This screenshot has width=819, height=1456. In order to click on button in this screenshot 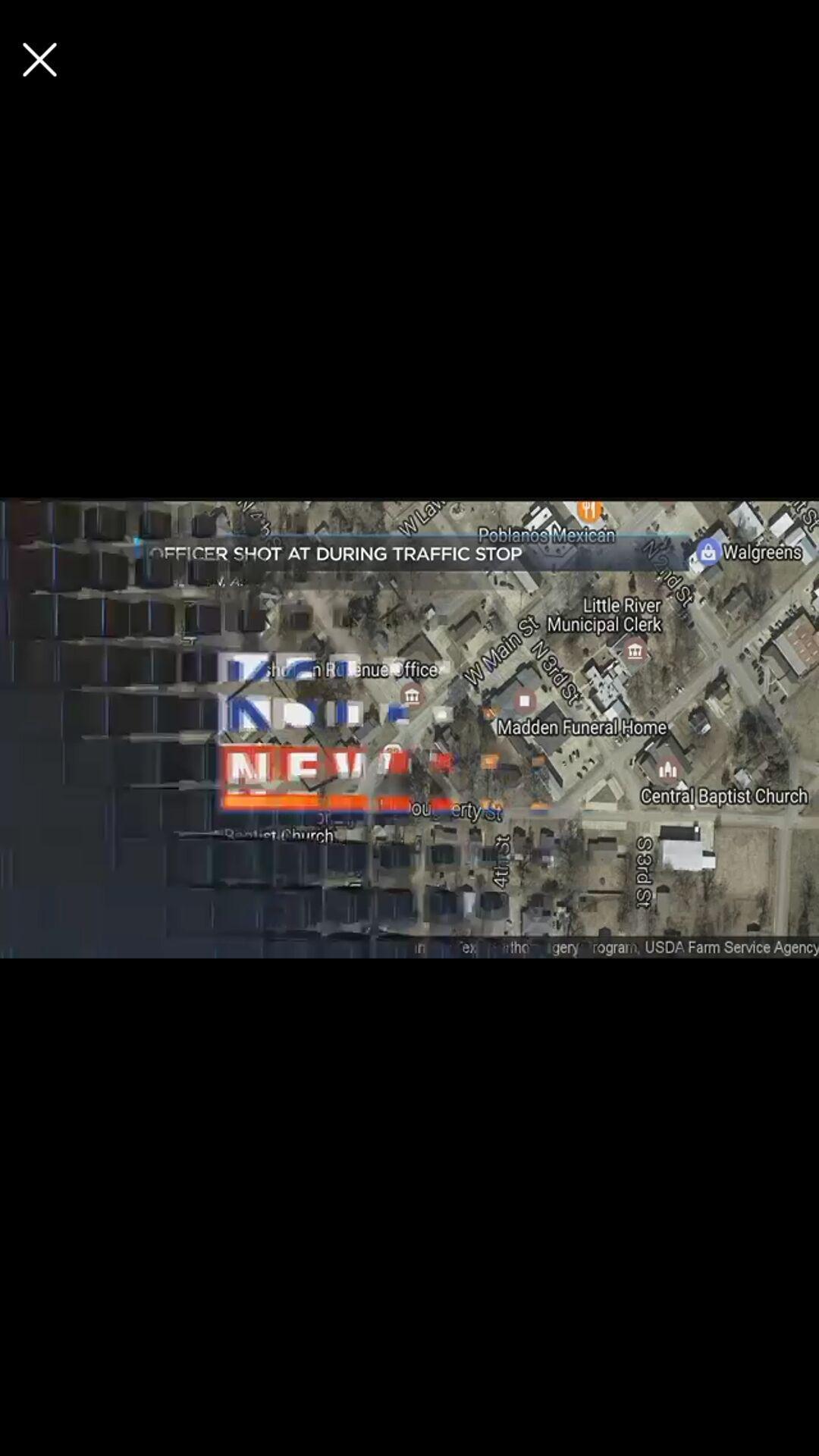, I will do `click(39, 59)`.